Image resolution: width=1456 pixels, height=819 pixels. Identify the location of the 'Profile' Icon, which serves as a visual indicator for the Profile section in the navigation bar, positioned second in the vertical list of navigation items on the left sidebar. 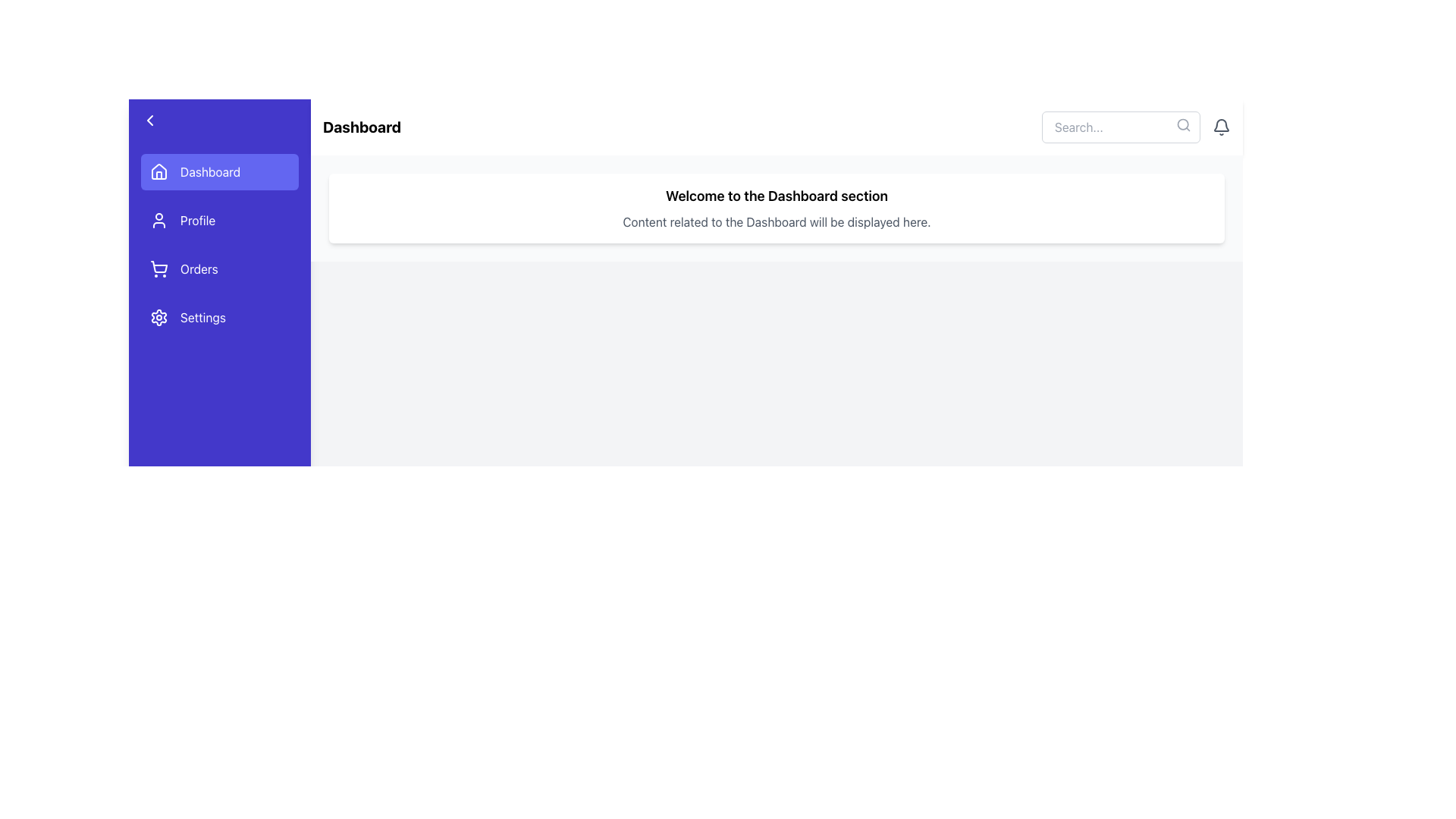
(159, 220).